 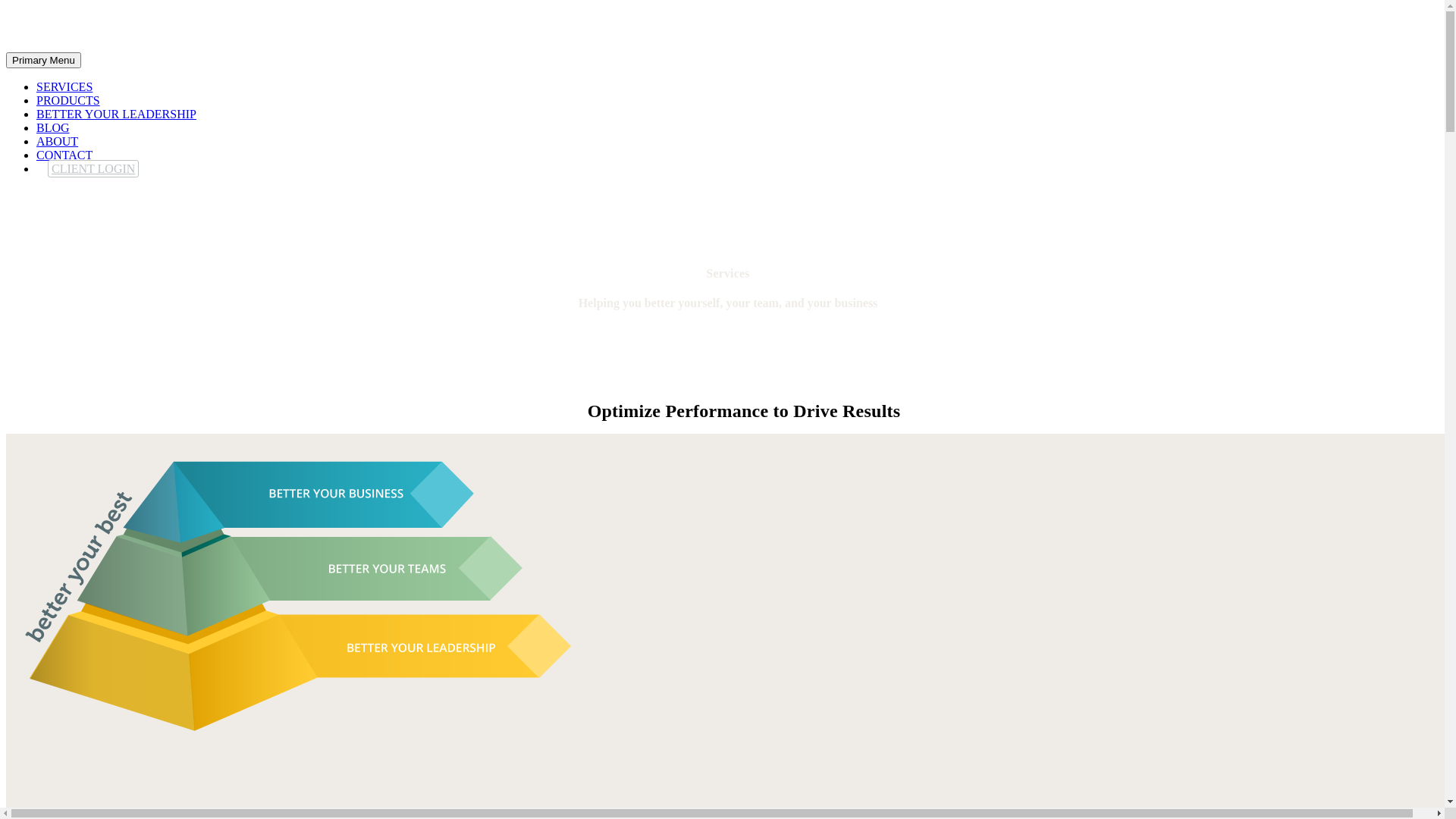 I want to click on 'BLOG', so click(x=53, y=127).